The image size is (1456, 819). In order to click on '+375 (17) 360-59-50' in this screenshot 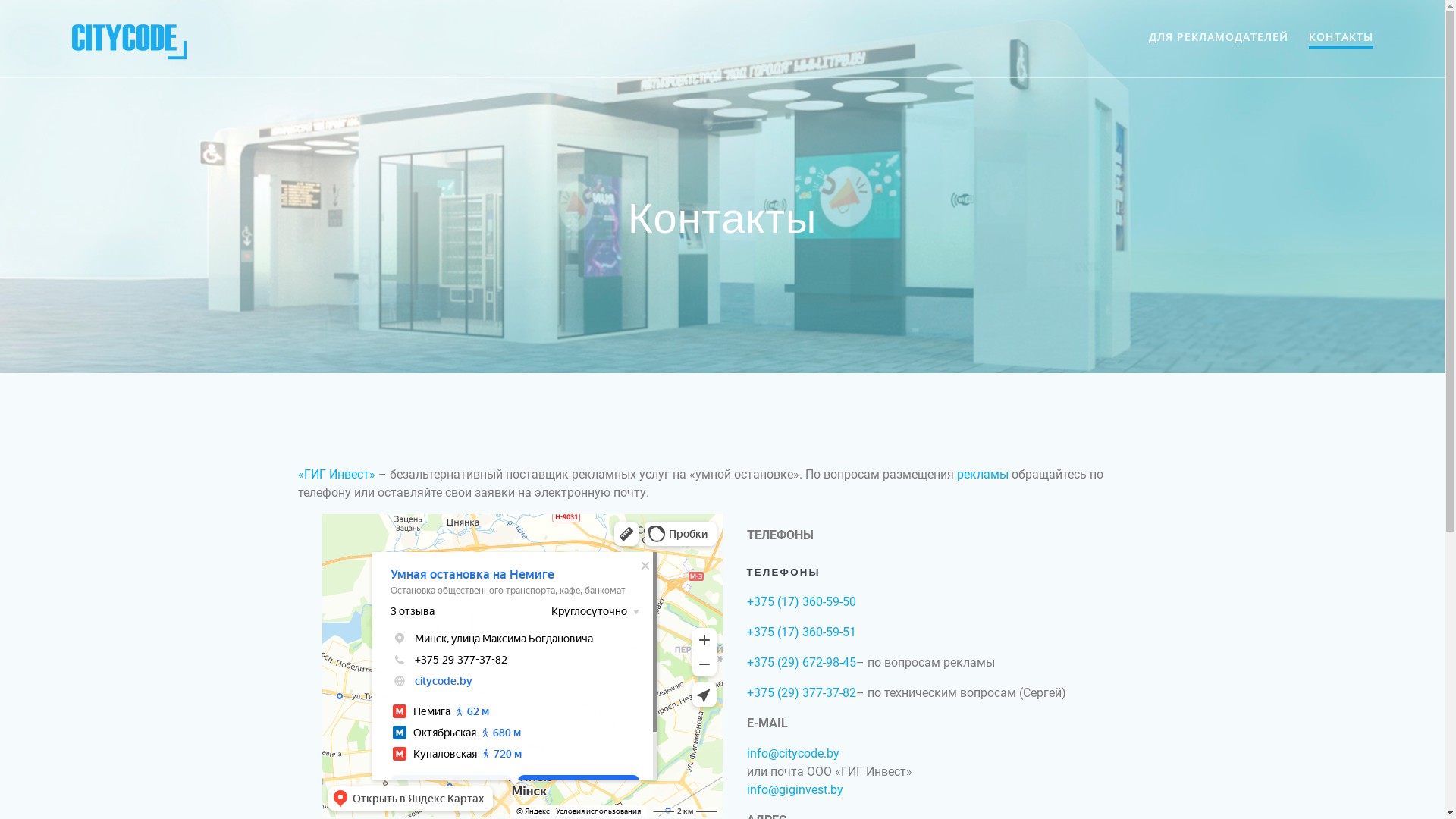, I will do `click(745, 601)`.